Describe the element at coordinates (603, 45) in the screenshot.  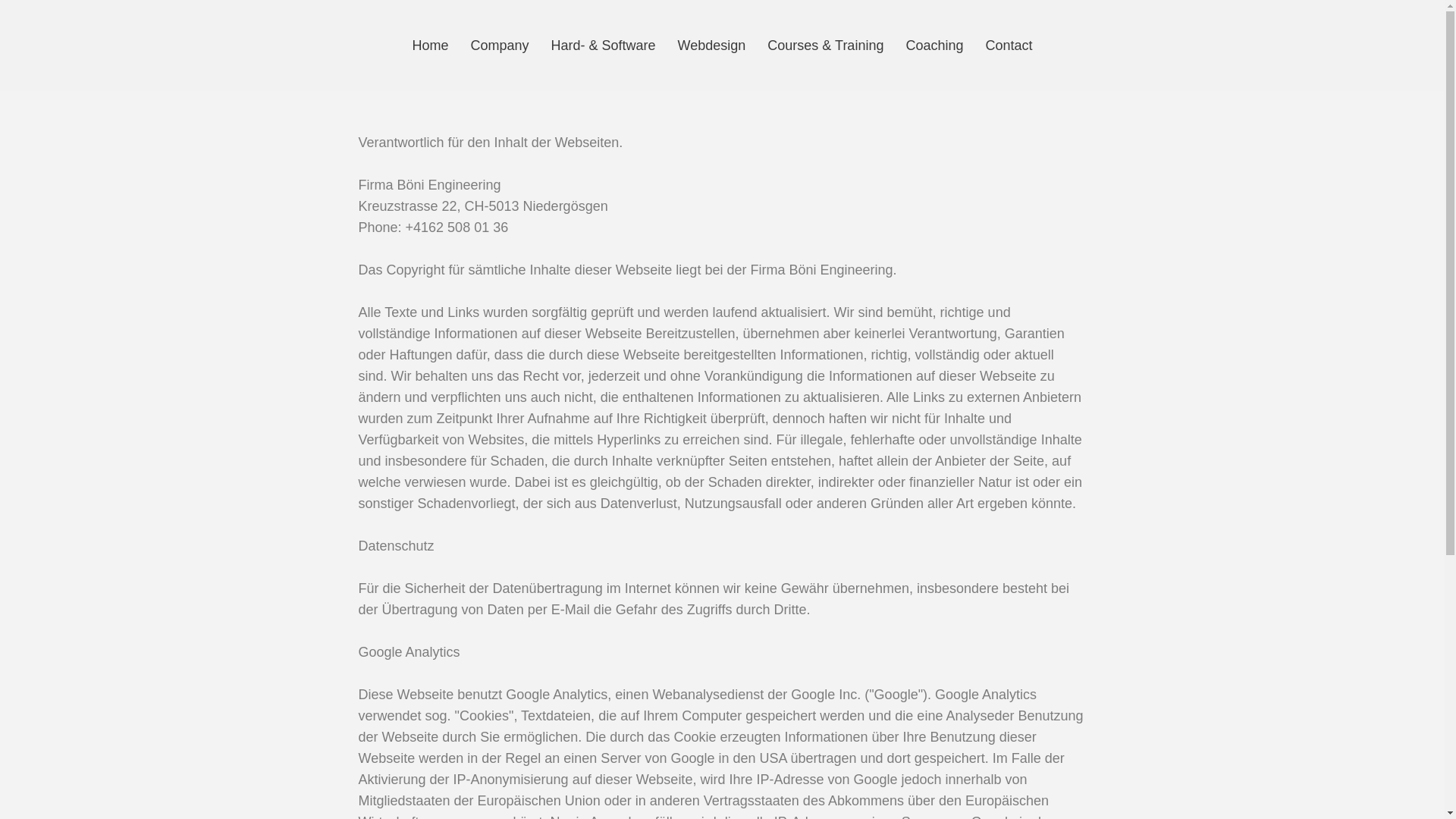
I see `'Hard- & Software'` at that location.